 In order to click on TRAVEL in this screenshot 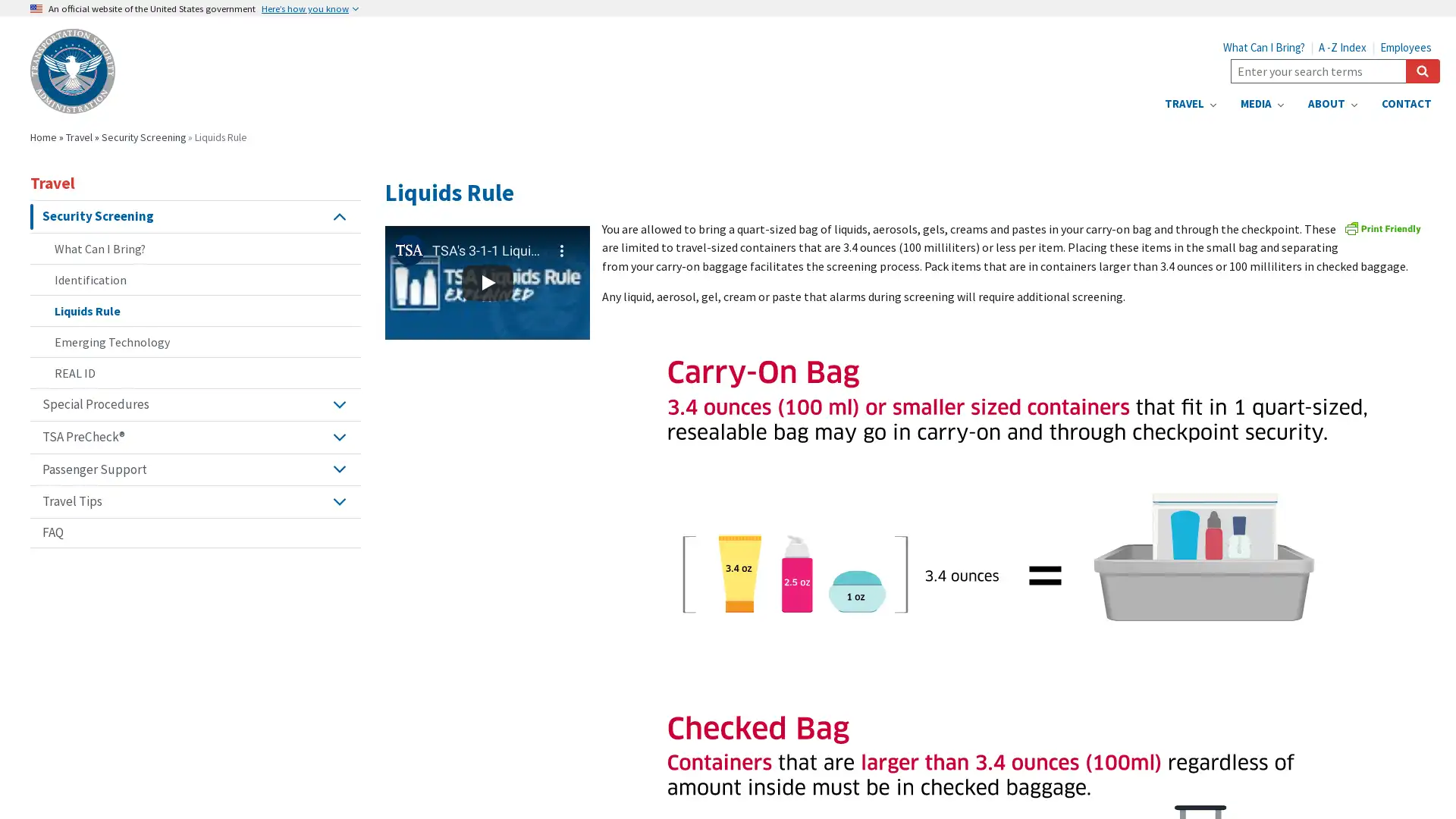, I will do `click(1189, 103)`.